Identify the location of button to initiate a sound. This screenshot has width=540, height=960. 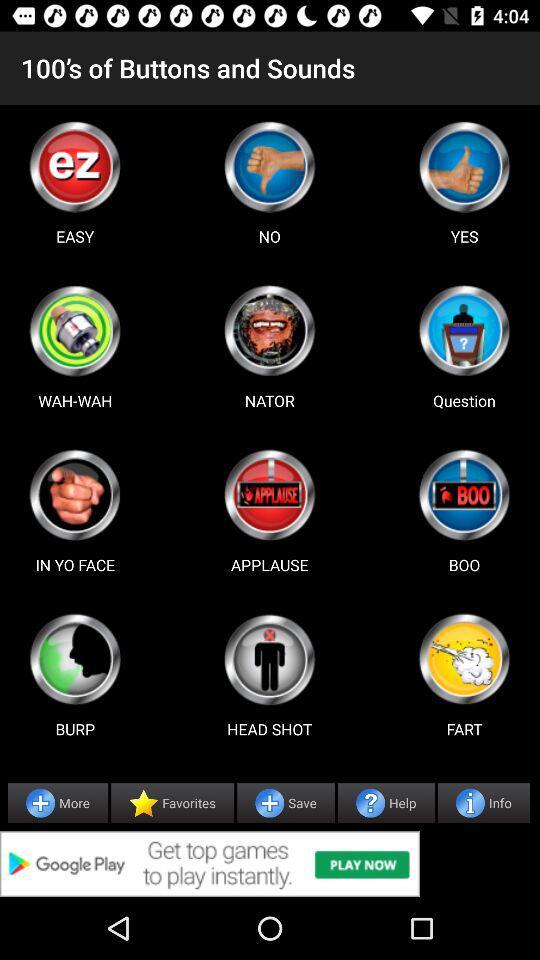
(74, 658).